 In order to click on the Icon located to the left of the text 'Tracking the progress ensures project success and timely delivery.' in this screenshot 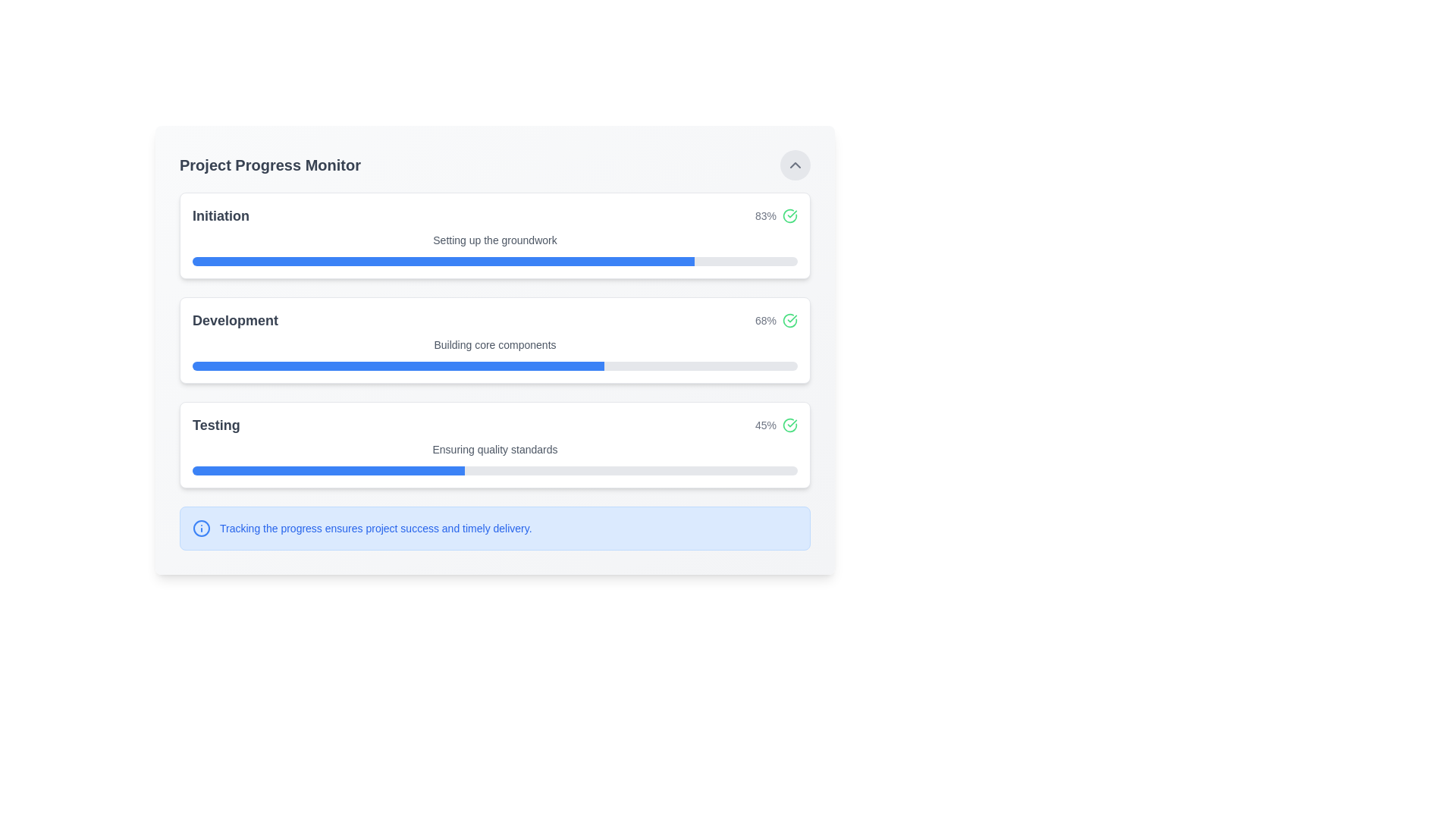, I will do `click(200, 528)`.